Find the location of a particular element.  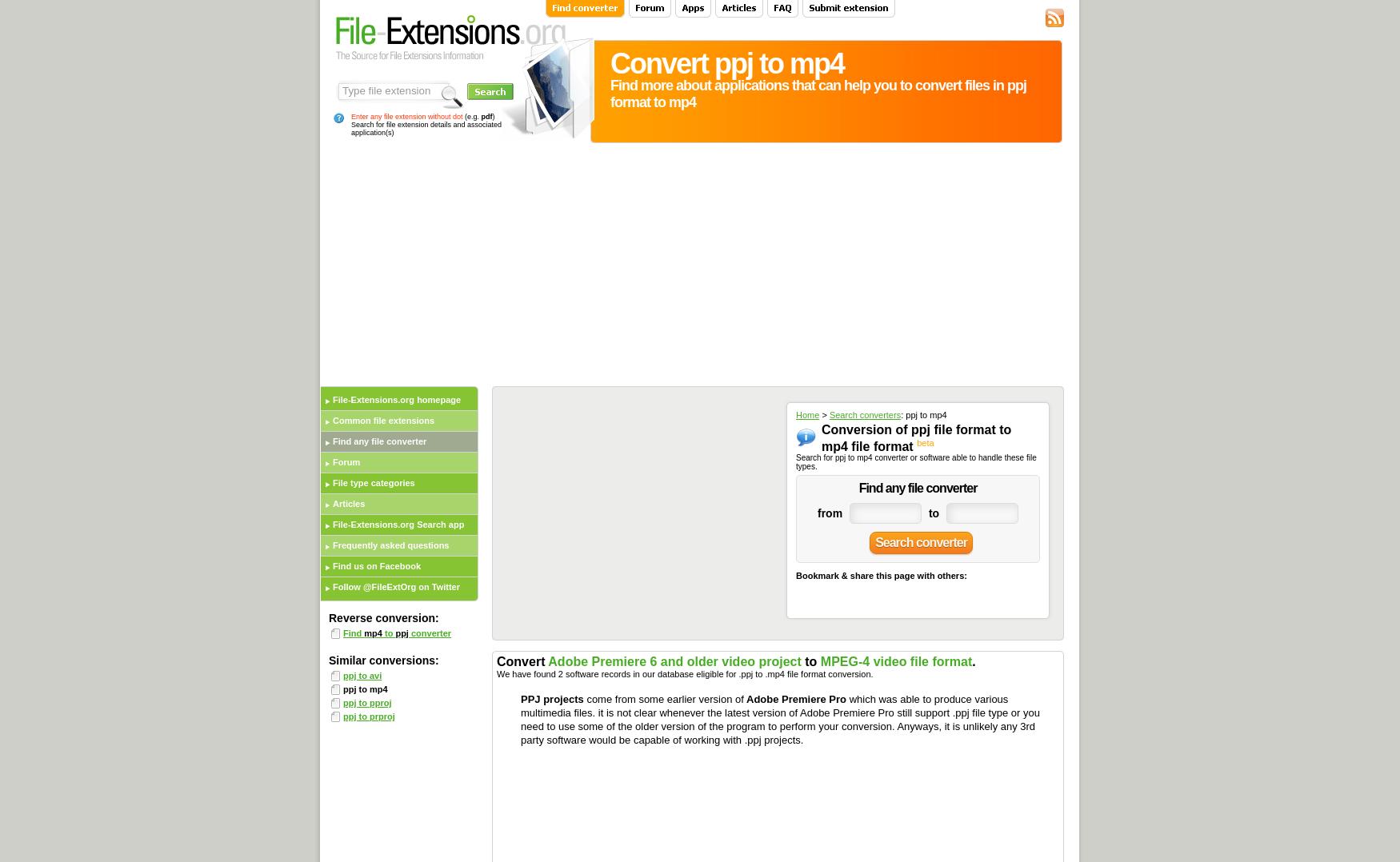

'Conversion of ppj file format to mp4 file format' is located at coordinates (915, 437).